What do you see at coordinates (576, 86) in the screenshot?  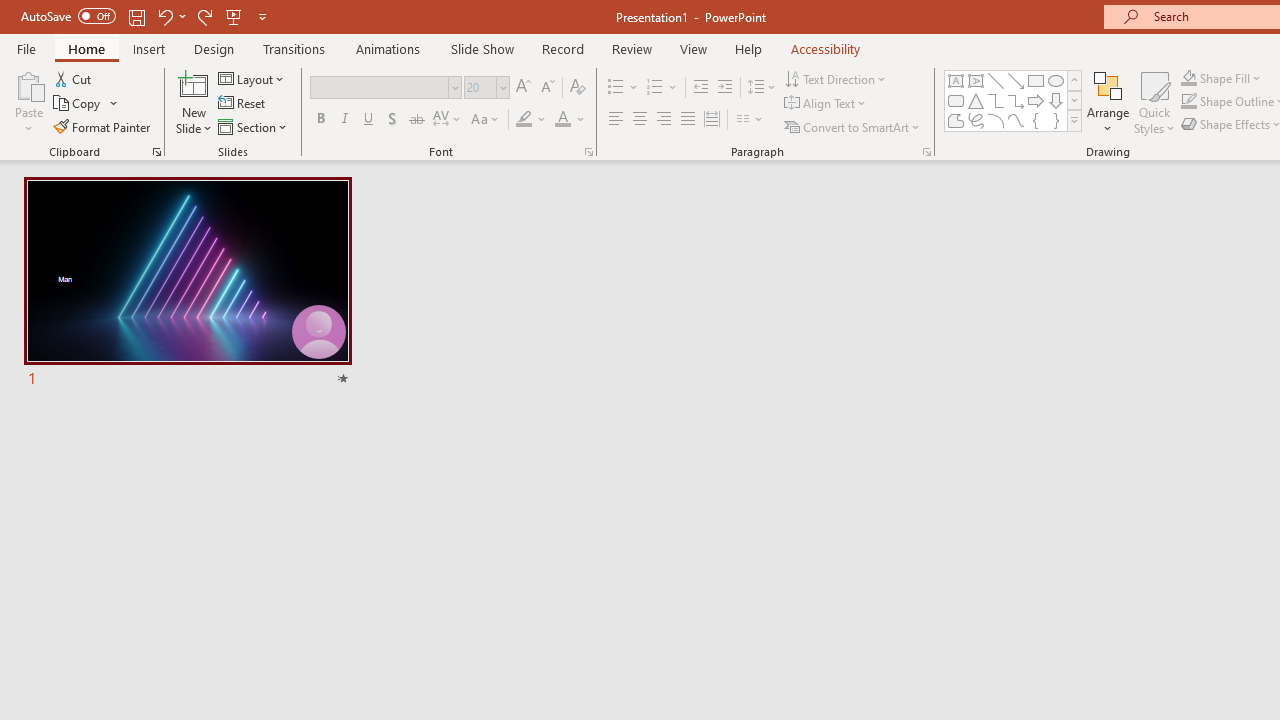 I see `'Clear Formatting'` at bounding box center [576, 86].